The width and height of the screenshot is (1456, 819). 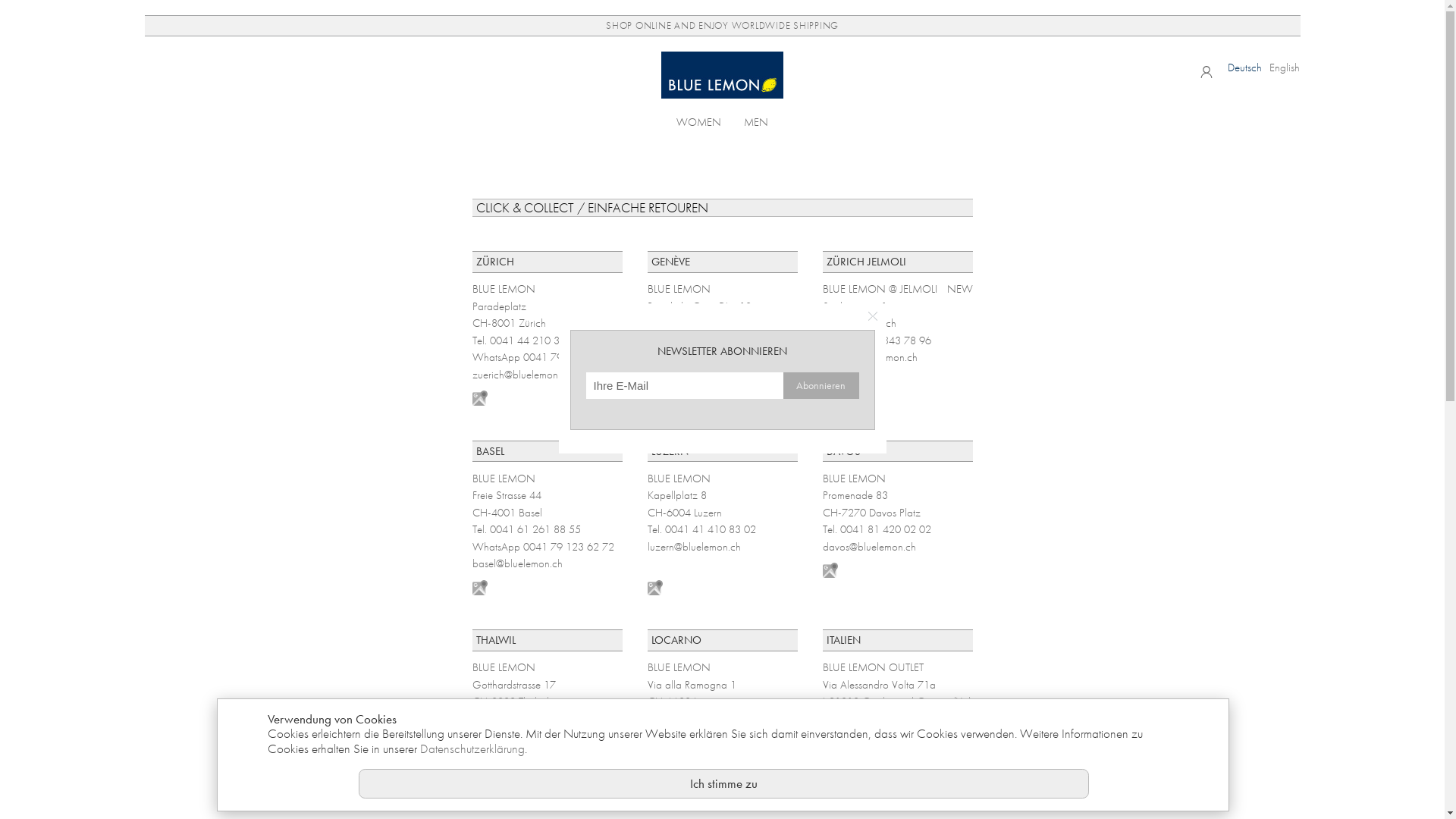 What do you see at coordinates (516, 563) in the screenshot?
I see `'basel@bluelemon.ch'` at bounding box center [516, 563].